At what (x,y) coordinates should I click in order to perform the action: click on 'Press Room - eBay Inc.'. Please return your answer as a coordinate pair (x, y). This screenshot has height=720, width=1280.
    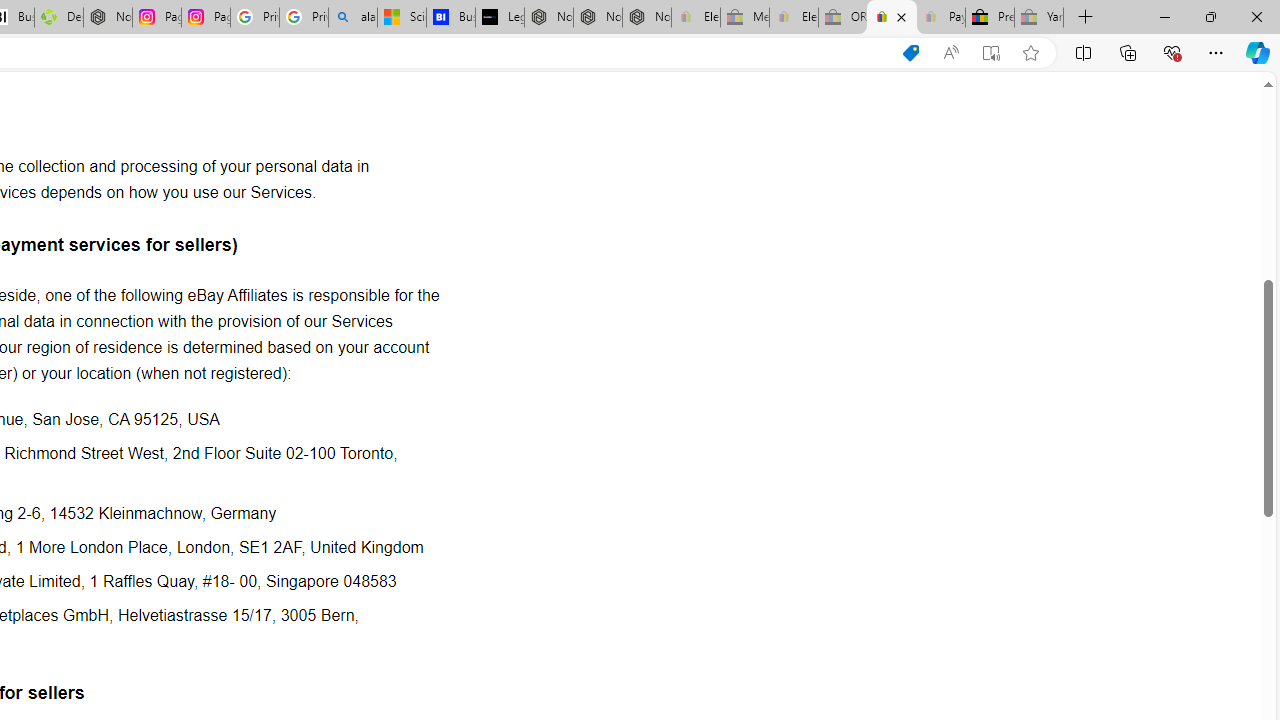
    Looking at the image, I should click on (990, 17).